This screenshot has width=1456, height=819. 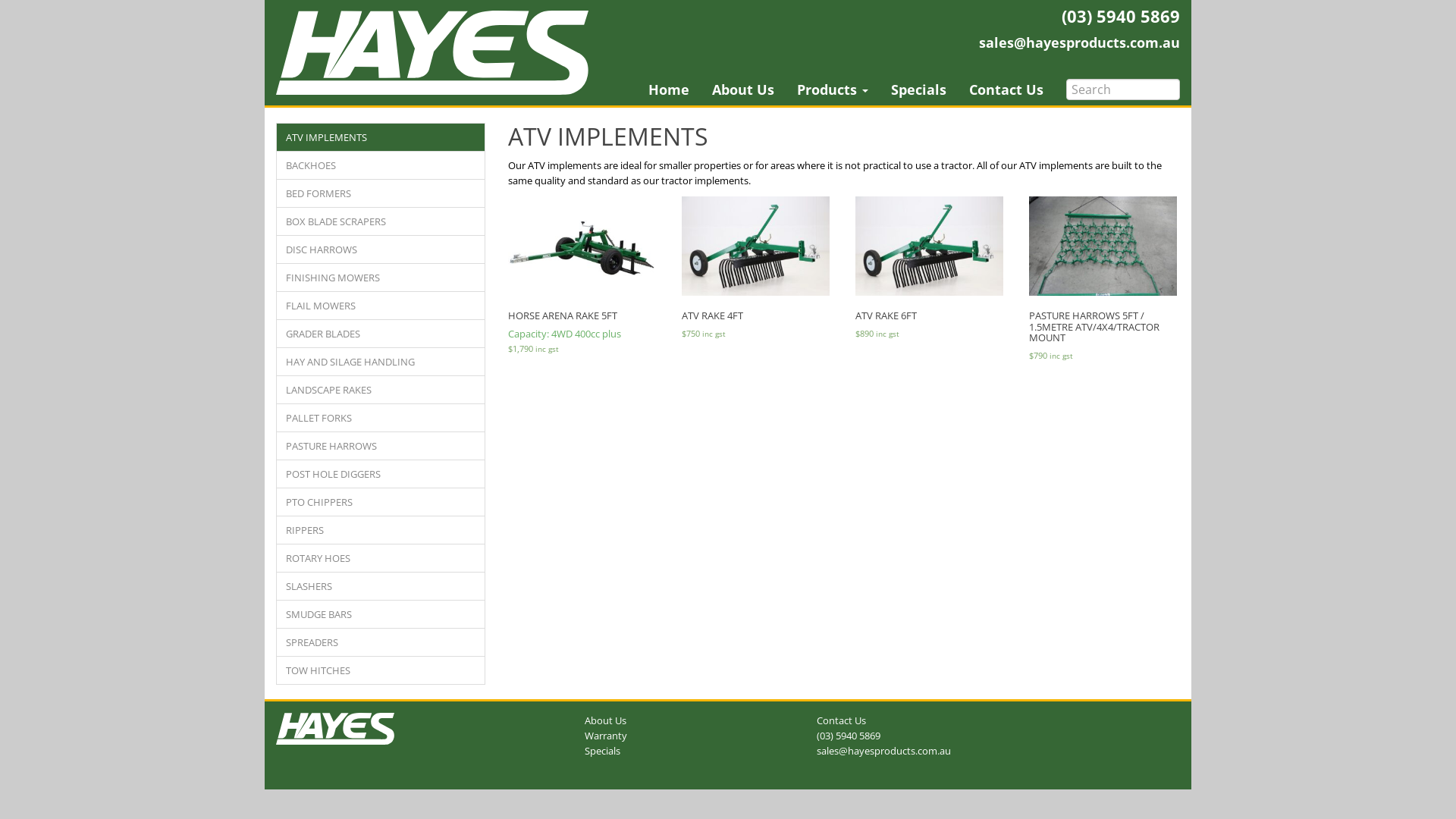 What do you see at coordinates (1006, 89) in the screenshot?
I see `'Contact Us'` at bounding box center [1006, 89].